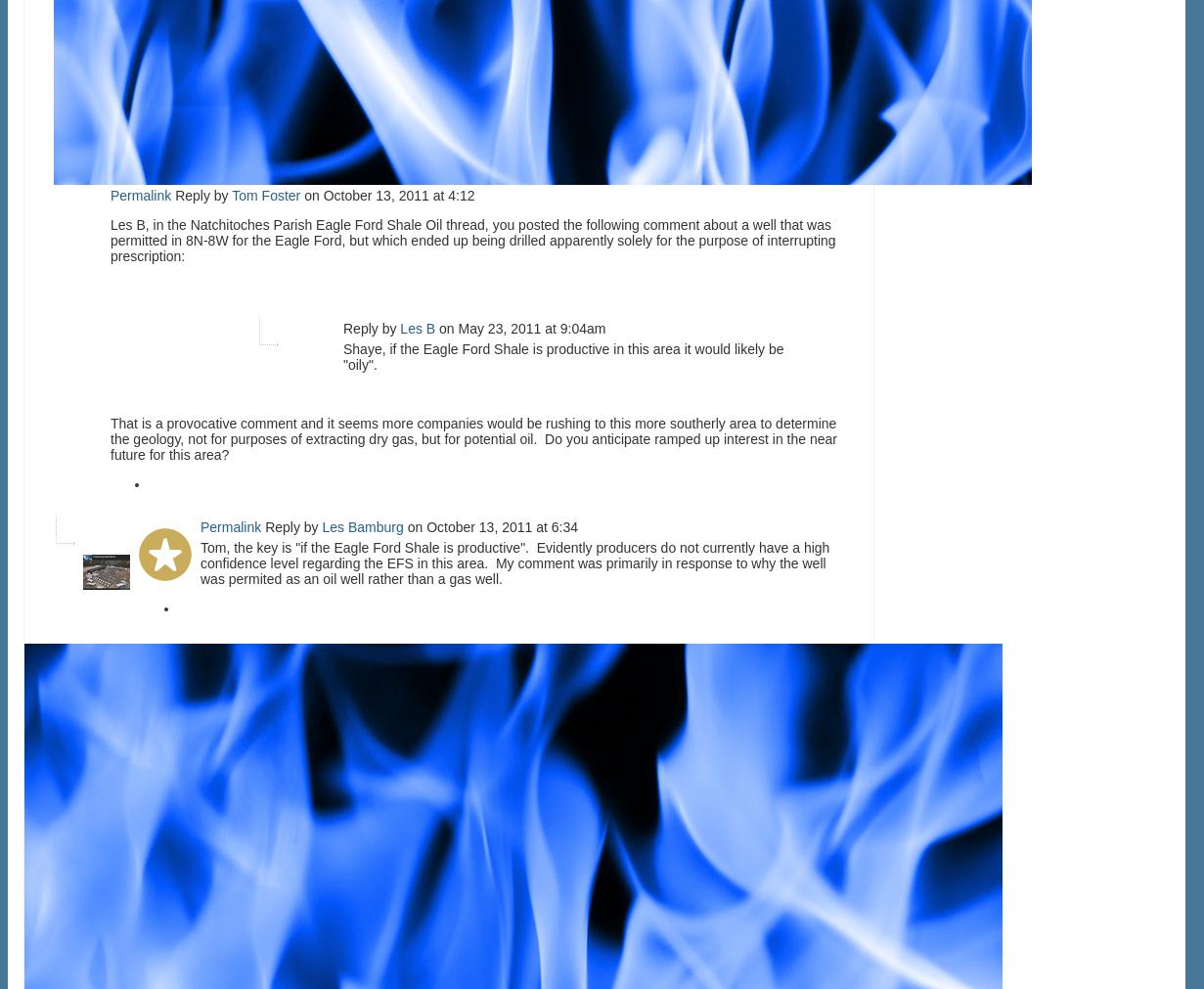 The image size is (1204, 989). What do you see at coordinates (111, 240) in the screenshot?
I see `'Les B, in the Natchitoches Parish Eagle Ford Shale Oil thread, you posted the following comment about a well that was permitted in 8N-8W for the Eagle Ford, but which ended up being drilled apparently solely for the purpose of interrupting prescription:'` at bounding box center [111, 240].